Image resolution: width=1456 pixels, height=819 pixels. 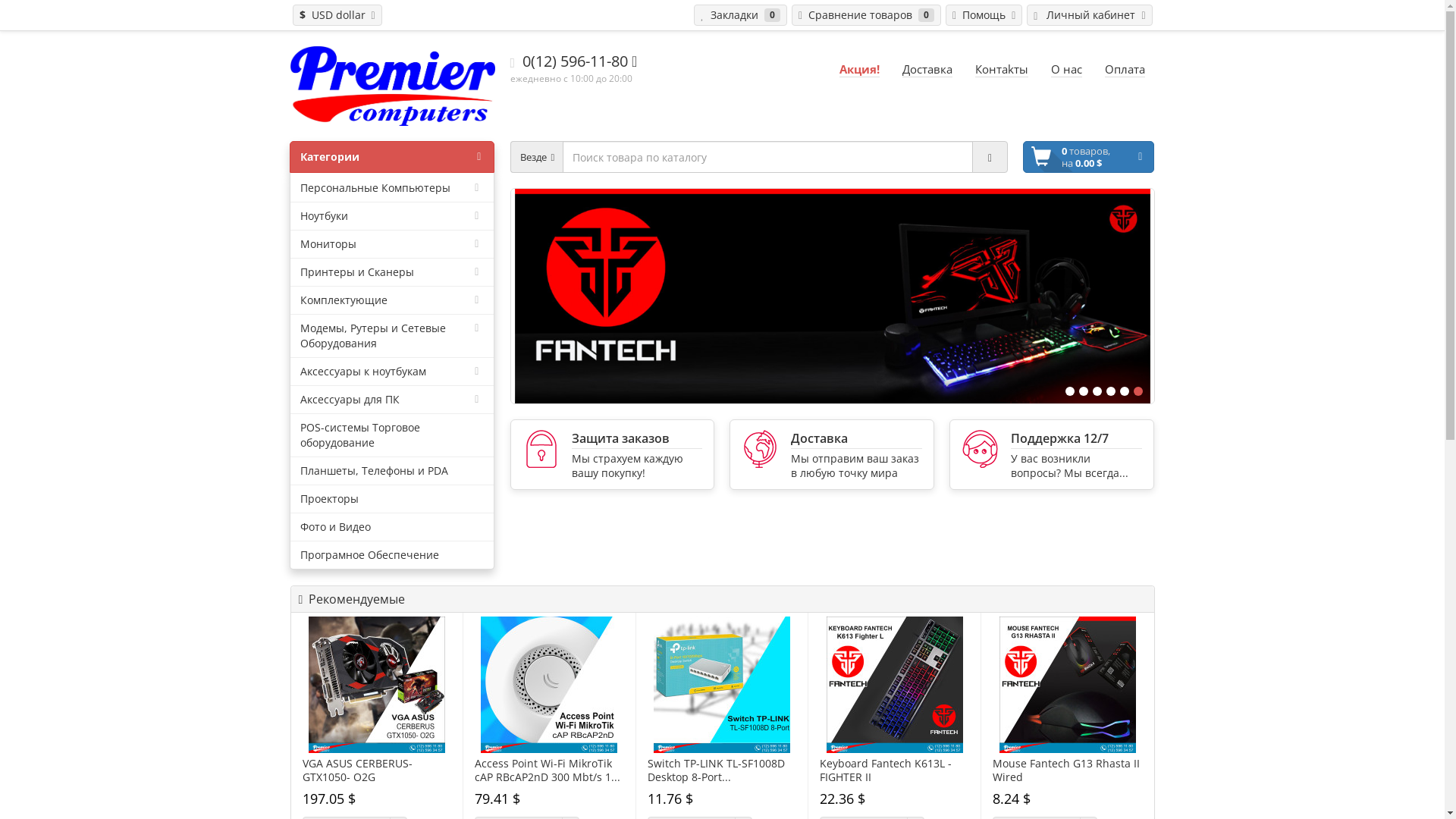 What do you see at coordinates (376, 770) in the screenshot?
I see `'VGA ASUS CERBERUS-GTX1050- O2G'` at bounding box center [376, 770].